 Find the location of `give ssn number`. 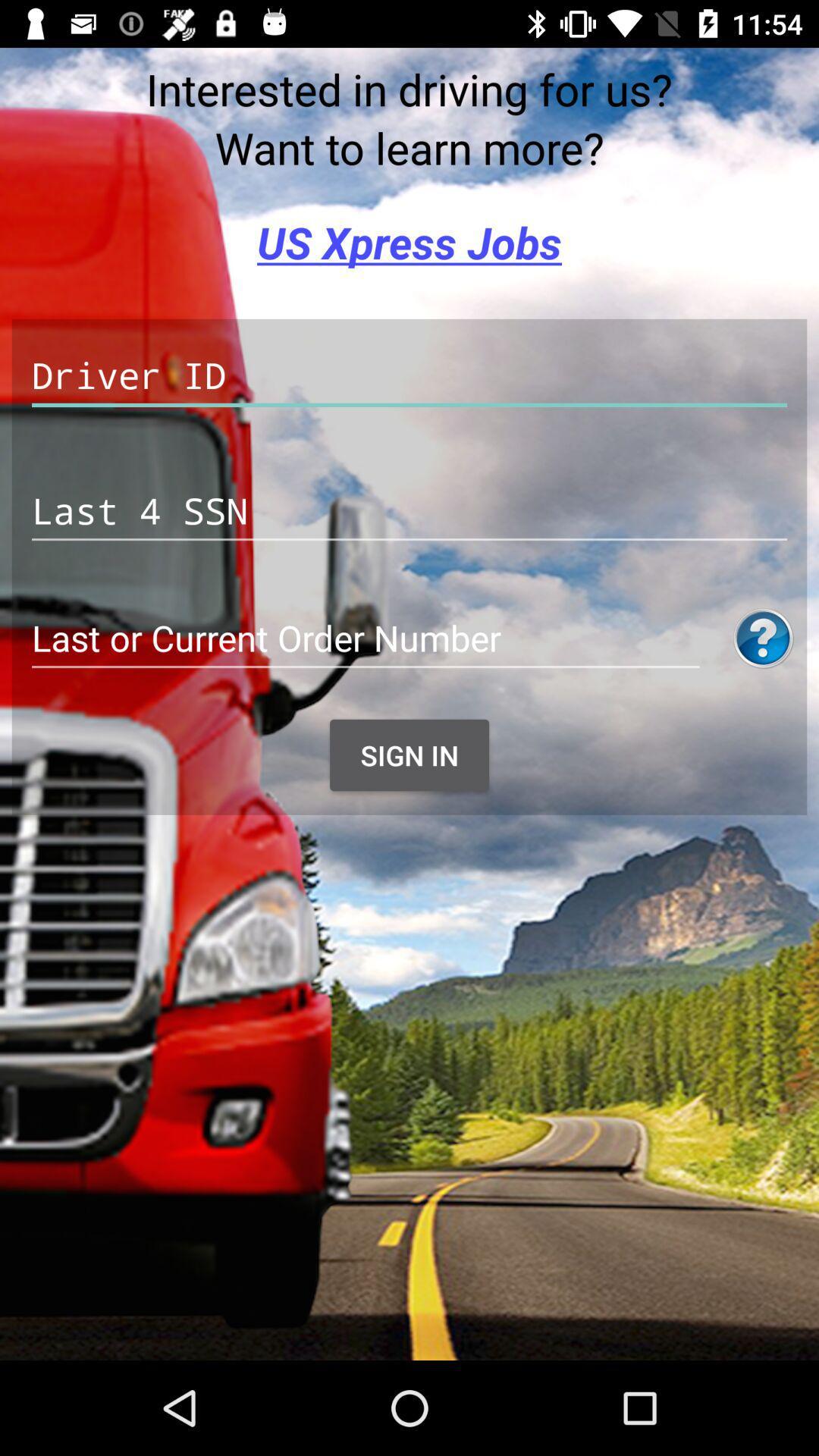

give ssn number is located at coordinates (409, 511).